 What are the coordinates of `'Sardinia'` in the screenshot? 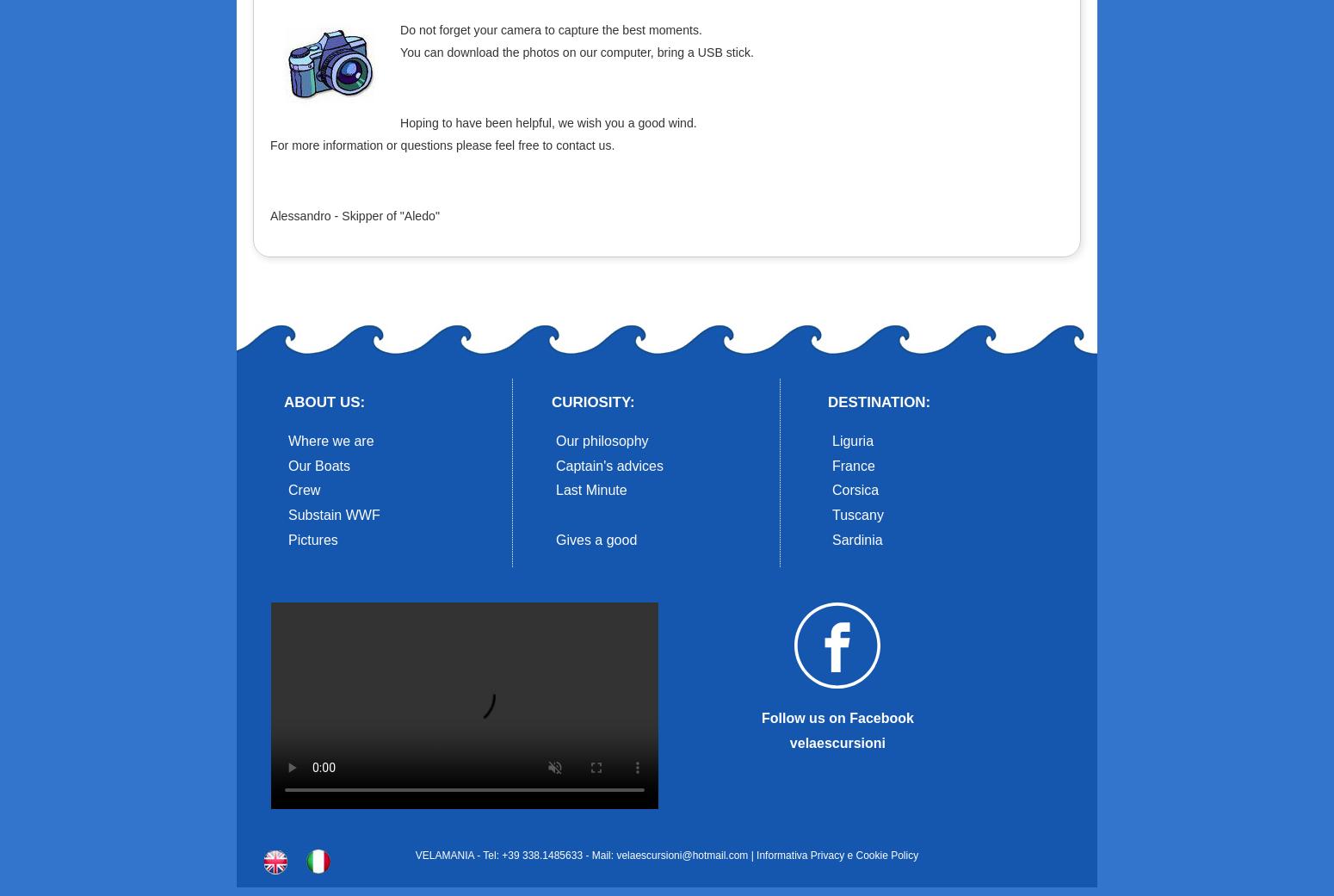 It's located at (856, 539).